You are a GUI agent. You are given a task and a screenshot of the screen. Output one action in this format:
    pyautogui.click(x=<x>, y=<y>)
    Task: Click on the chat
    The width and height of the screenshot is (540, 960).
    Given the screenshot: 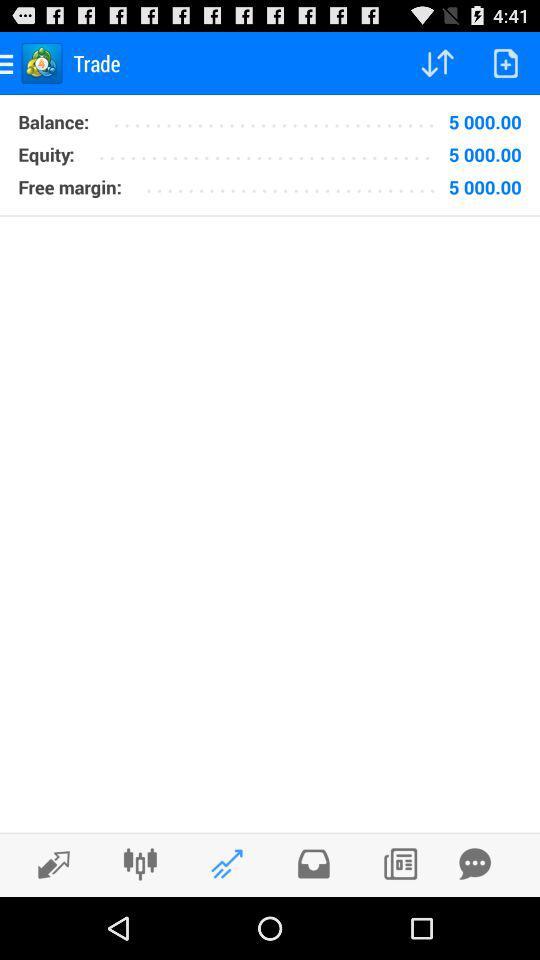 What is the action you would take?
    pyautogui.click(x=474, y=863)
    